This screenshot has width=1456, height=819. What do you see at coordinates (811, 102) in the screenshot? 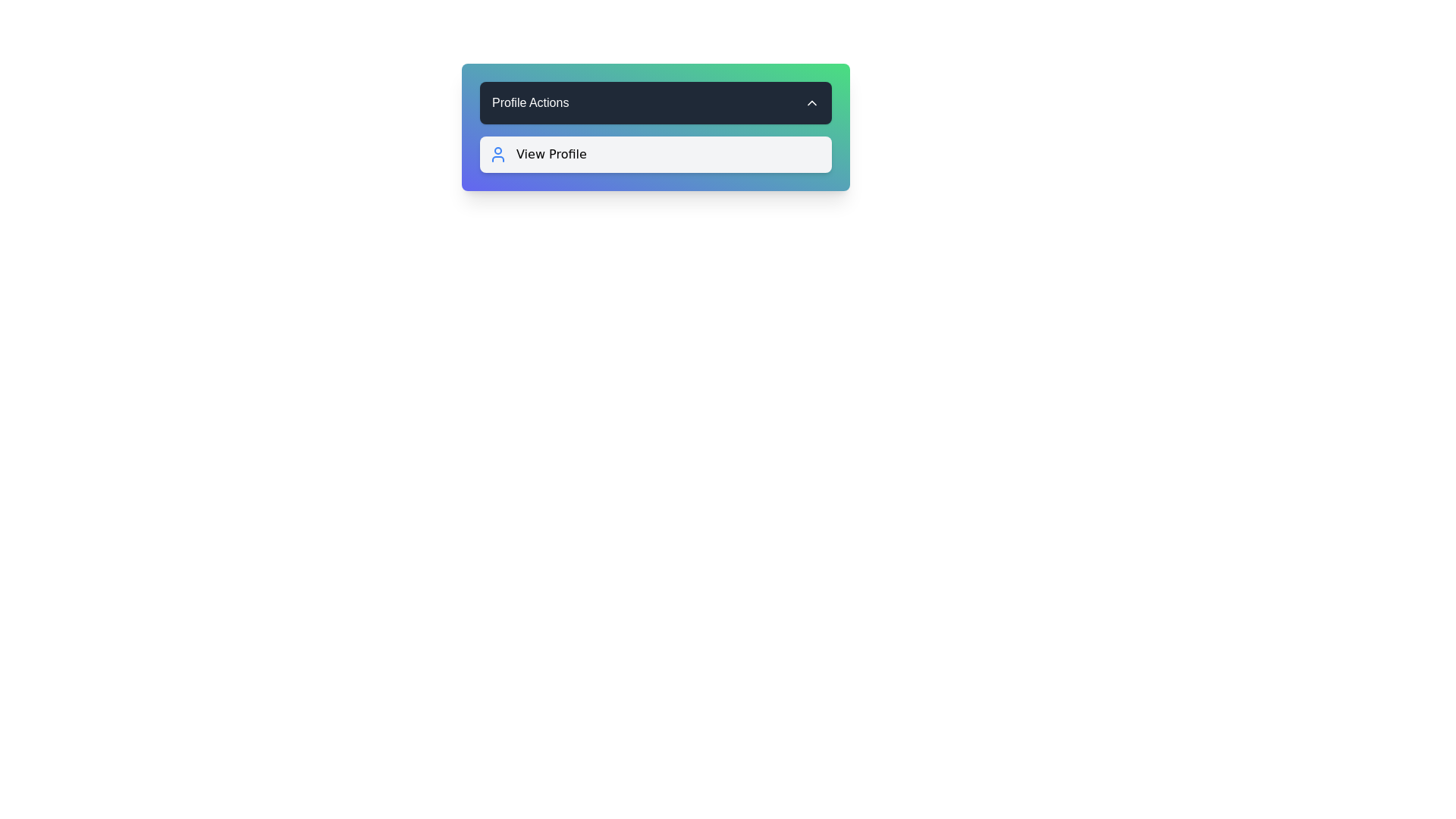
I see `the small upward-pointing arrow icon located on the far right within the 'Profile Actions' header` at bounding box center [811, 102].